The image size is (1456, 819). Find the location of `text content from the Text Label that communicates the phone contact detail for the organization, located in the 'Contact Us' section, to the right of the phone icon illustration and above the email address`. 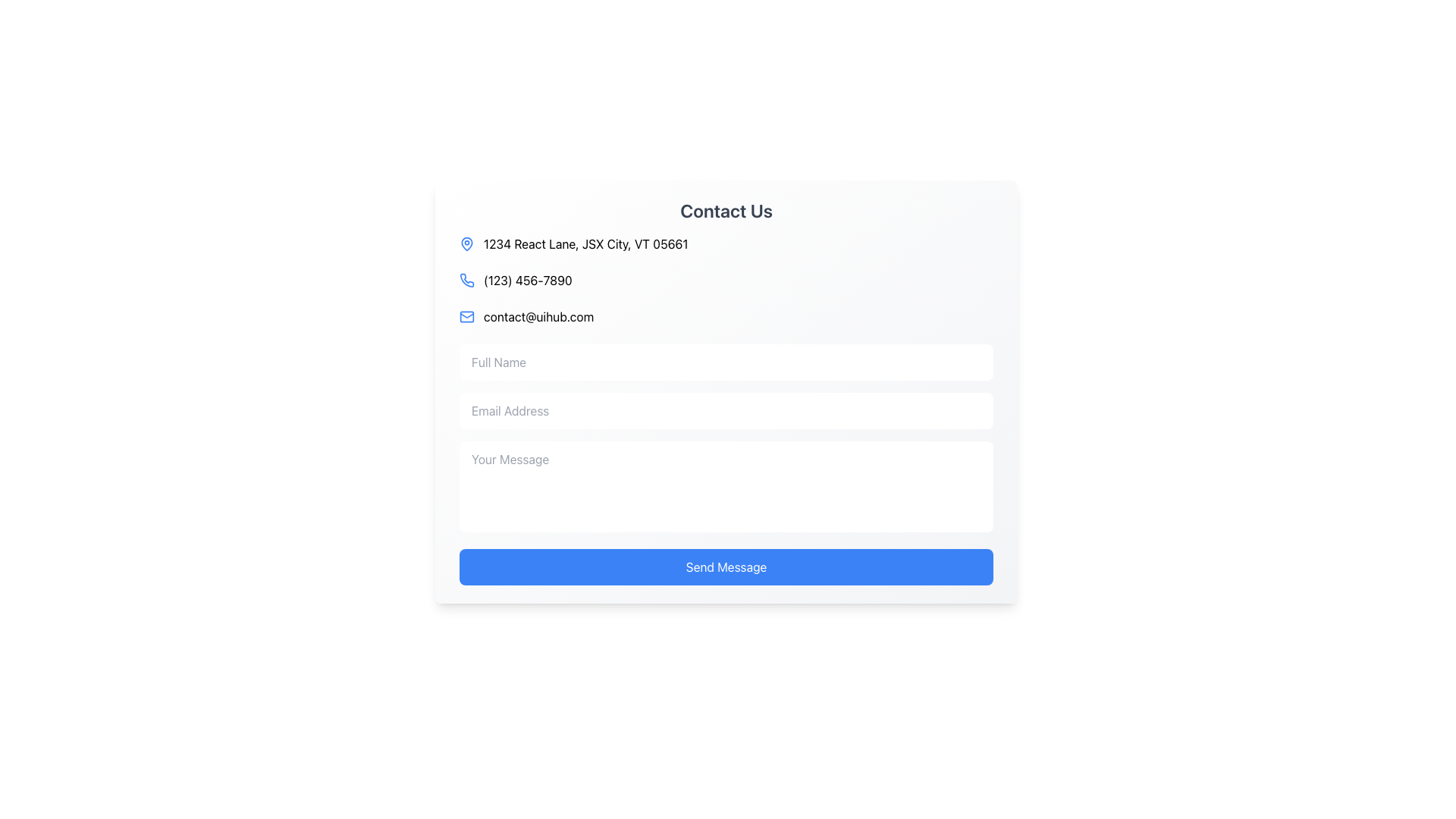

text content from the Text Label that communicates the phone contact detail for the organization, located in the 'Contact Us' section, to the right of the phone icon illustration and above the email address is located at coordinates (528, 281).